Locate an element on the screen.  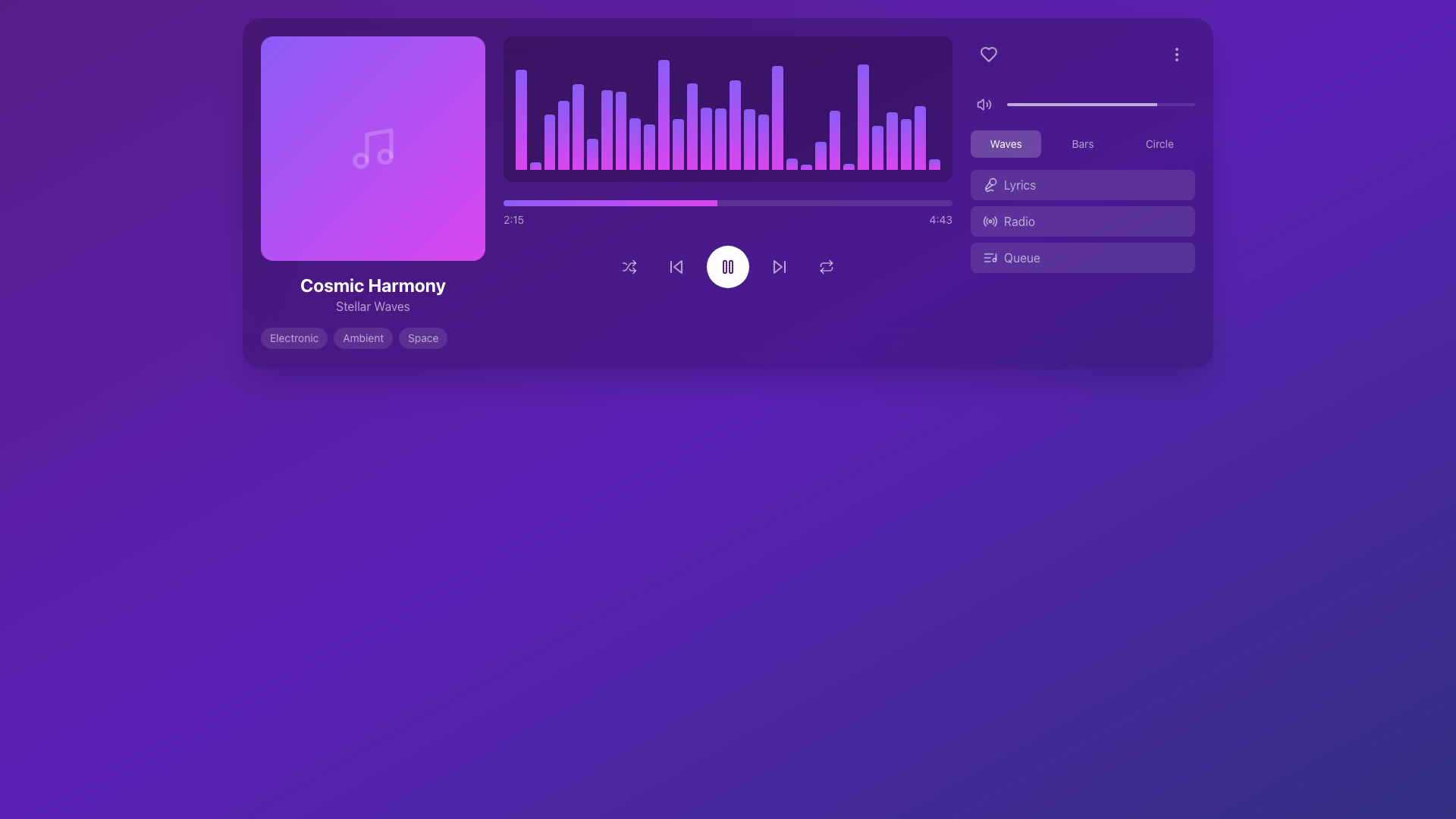
the rightmost vertical histogram bar, which has a gradient color transitioning from fuchsia at the bottom to violet at the top, and is one of the taller bars in the group is located at coordinates (863, 116).